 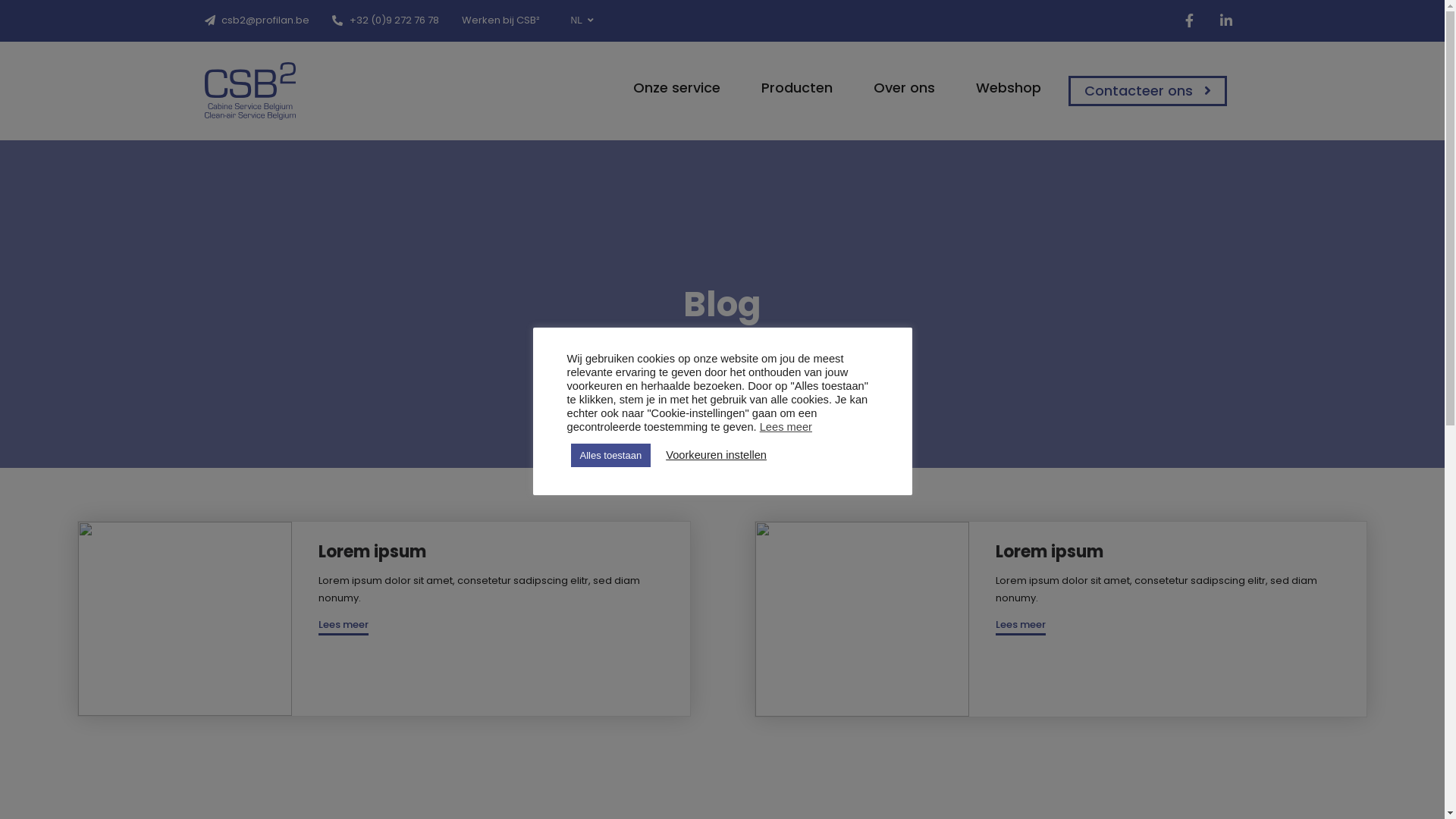 I want to click on 'Contacteer ons', so click(x=1147, y=90).